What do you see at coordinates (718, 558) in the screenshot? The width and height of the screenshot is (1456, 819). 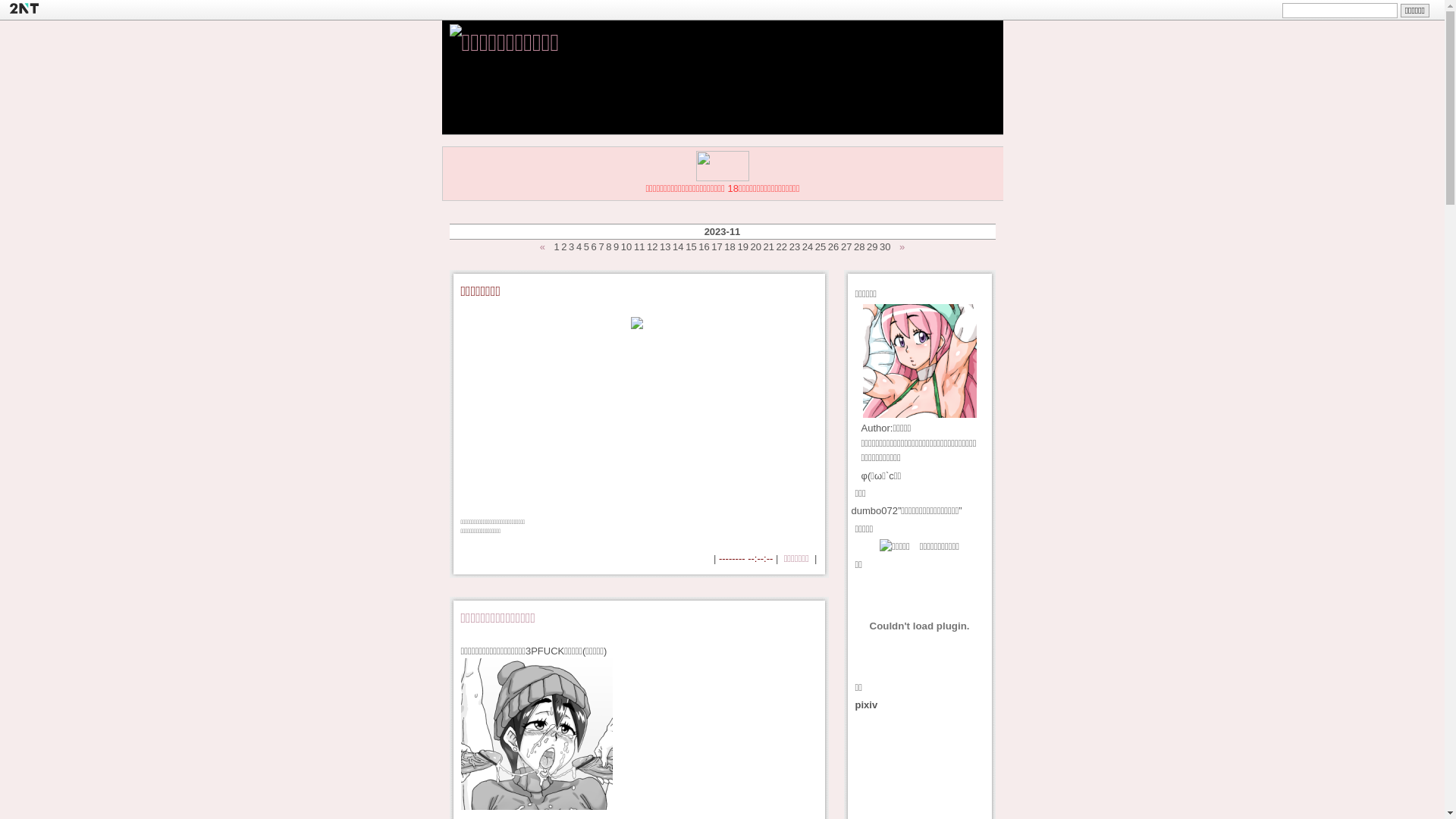 I see `'-------- --:--:--'` at bounding box center [718, 558].